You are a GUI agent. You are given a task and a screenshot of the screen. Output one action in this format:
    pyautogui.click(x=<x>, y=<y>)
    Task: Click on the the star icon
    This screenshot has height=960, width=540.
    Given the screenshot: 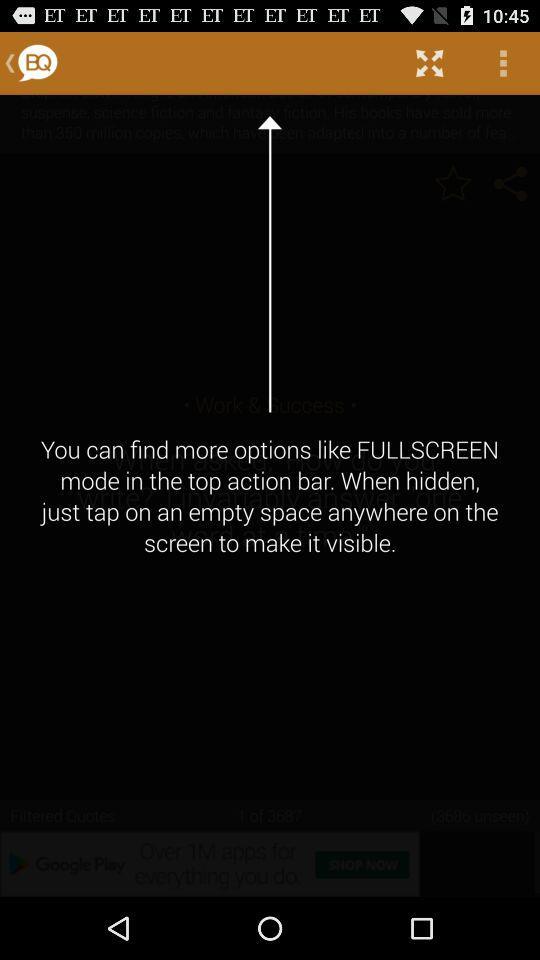 What is the action you would take?
    pyautogui.click(x=453, y=195)
    